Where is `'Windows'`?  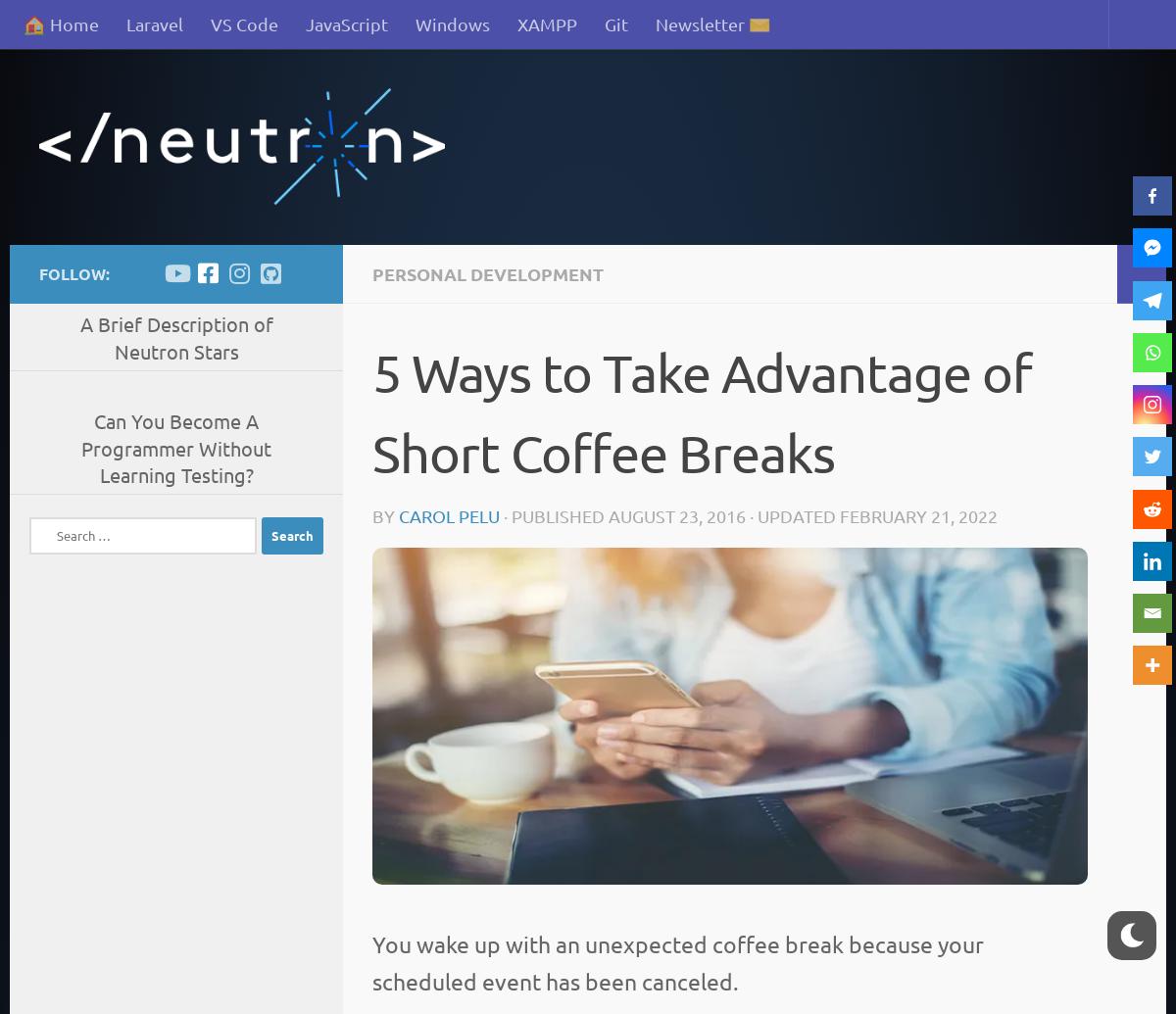
'Windows' is located at coordinates (415, 24).